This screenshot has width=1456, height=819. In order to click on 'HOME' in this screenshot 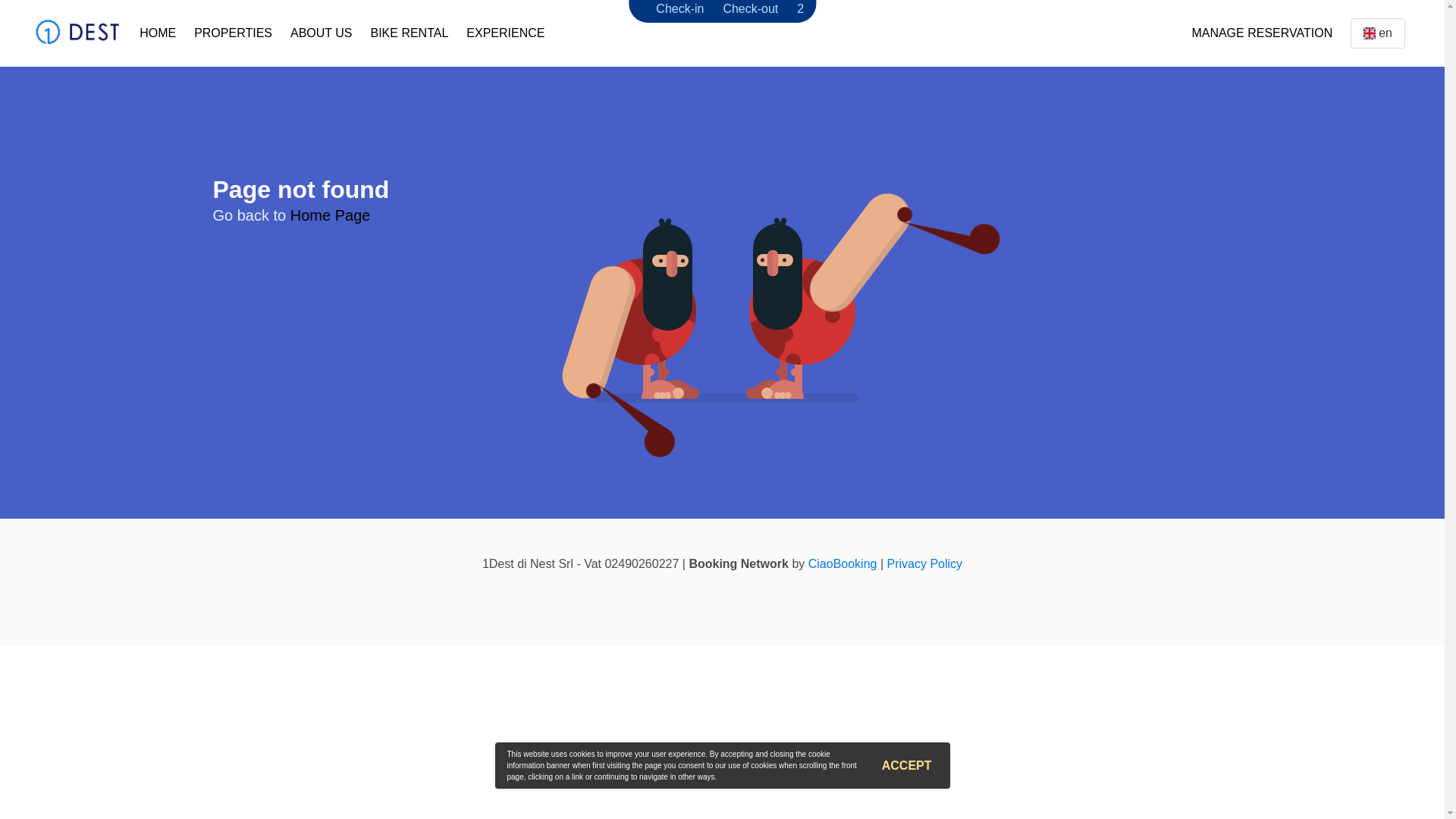, I will do `click(130, 33)`.